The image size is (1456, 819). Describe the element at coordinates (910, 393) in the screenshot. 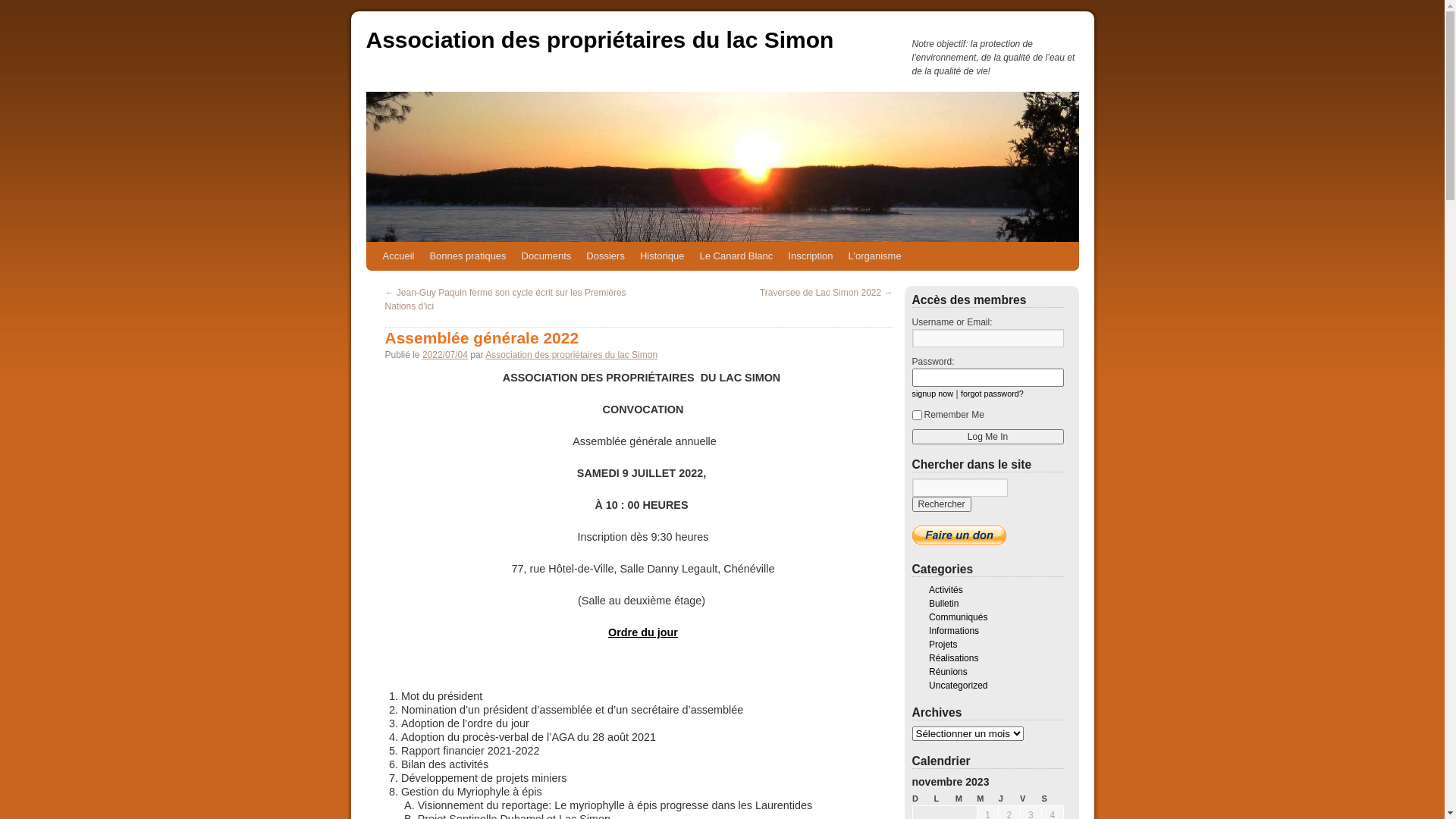

I see `'signup now'` at that location.